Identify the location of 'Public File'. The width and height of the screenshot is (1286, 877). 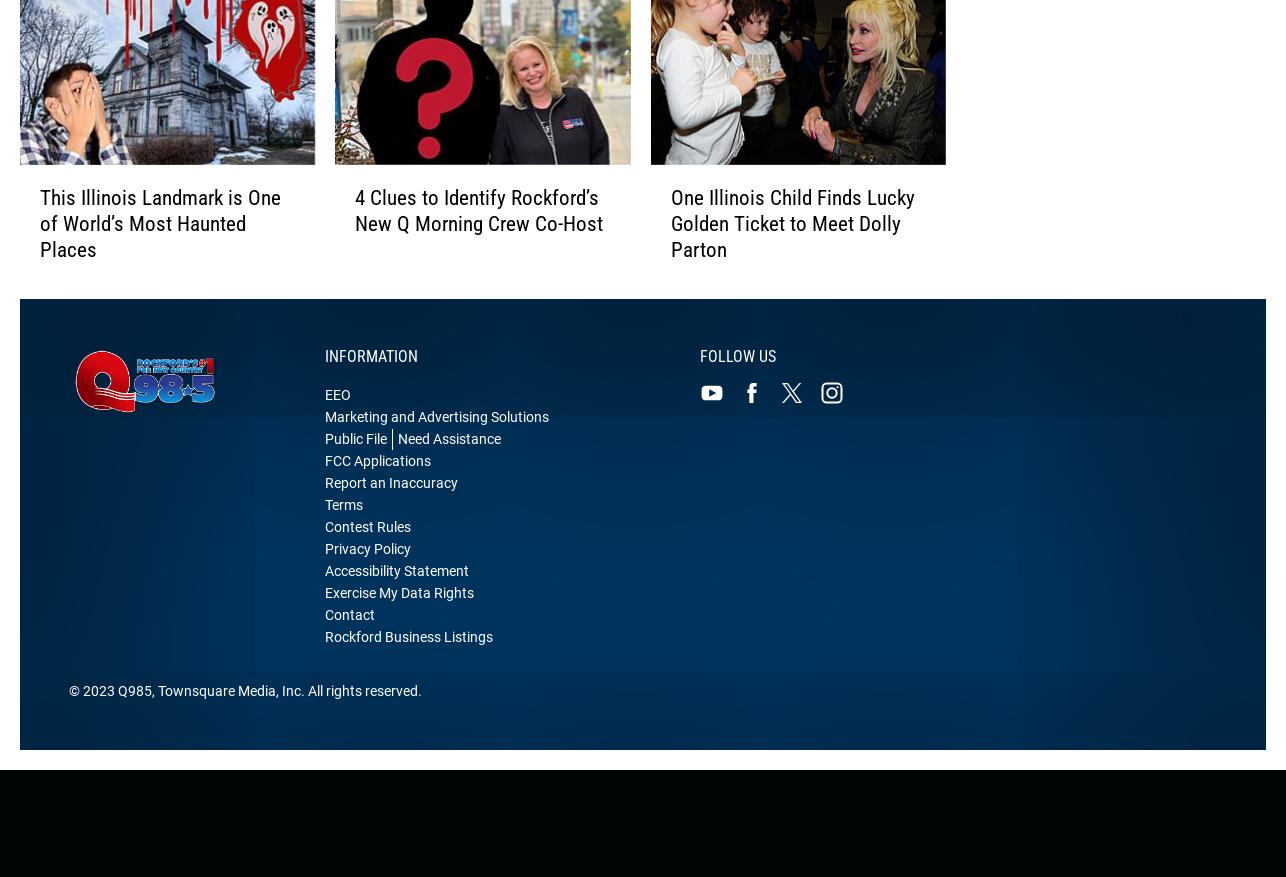
(354, 461).